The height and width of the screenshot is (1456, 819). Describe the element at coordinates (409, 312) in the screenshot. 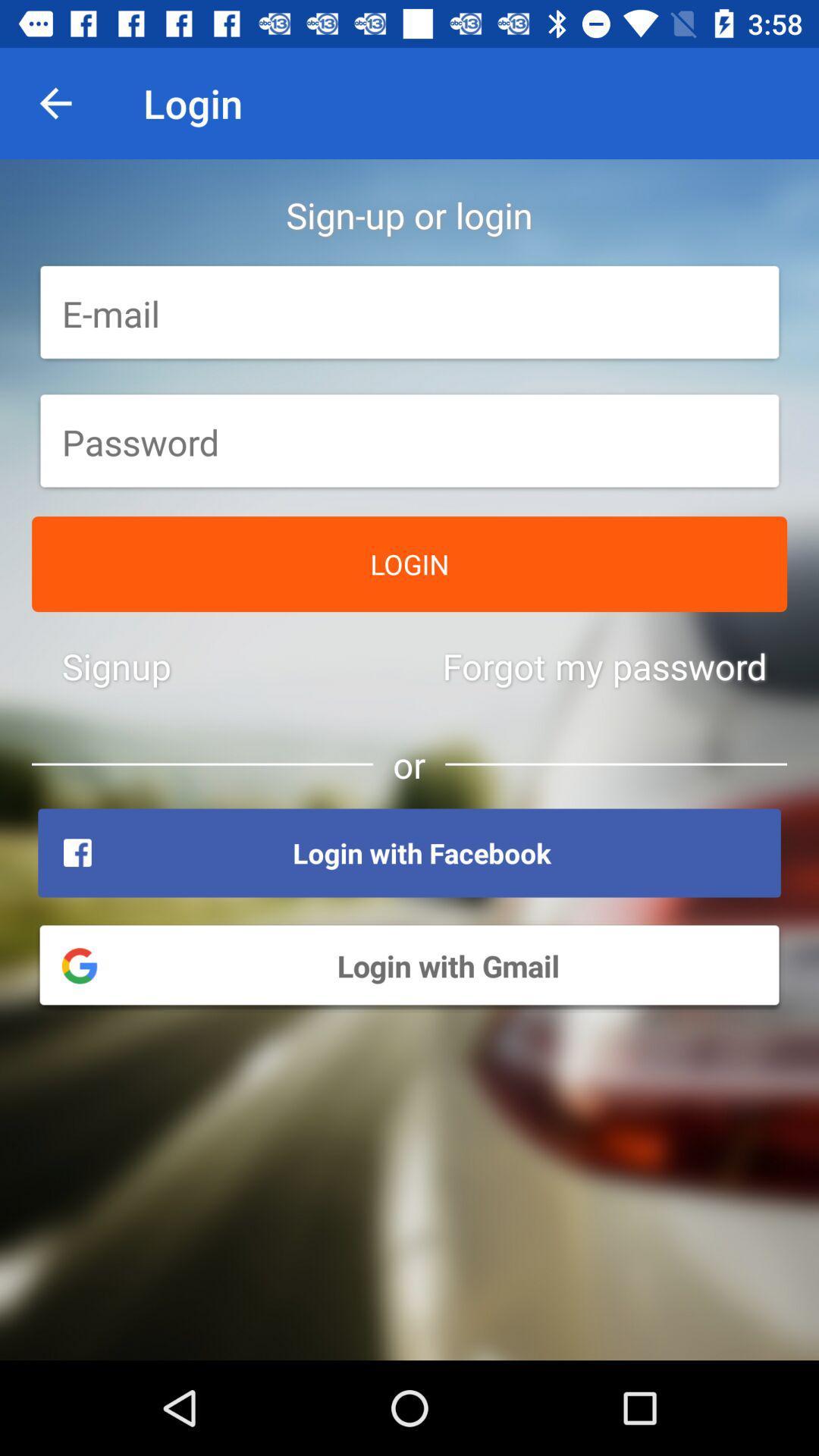

I see `the icon below the sign up or icon` at that location.